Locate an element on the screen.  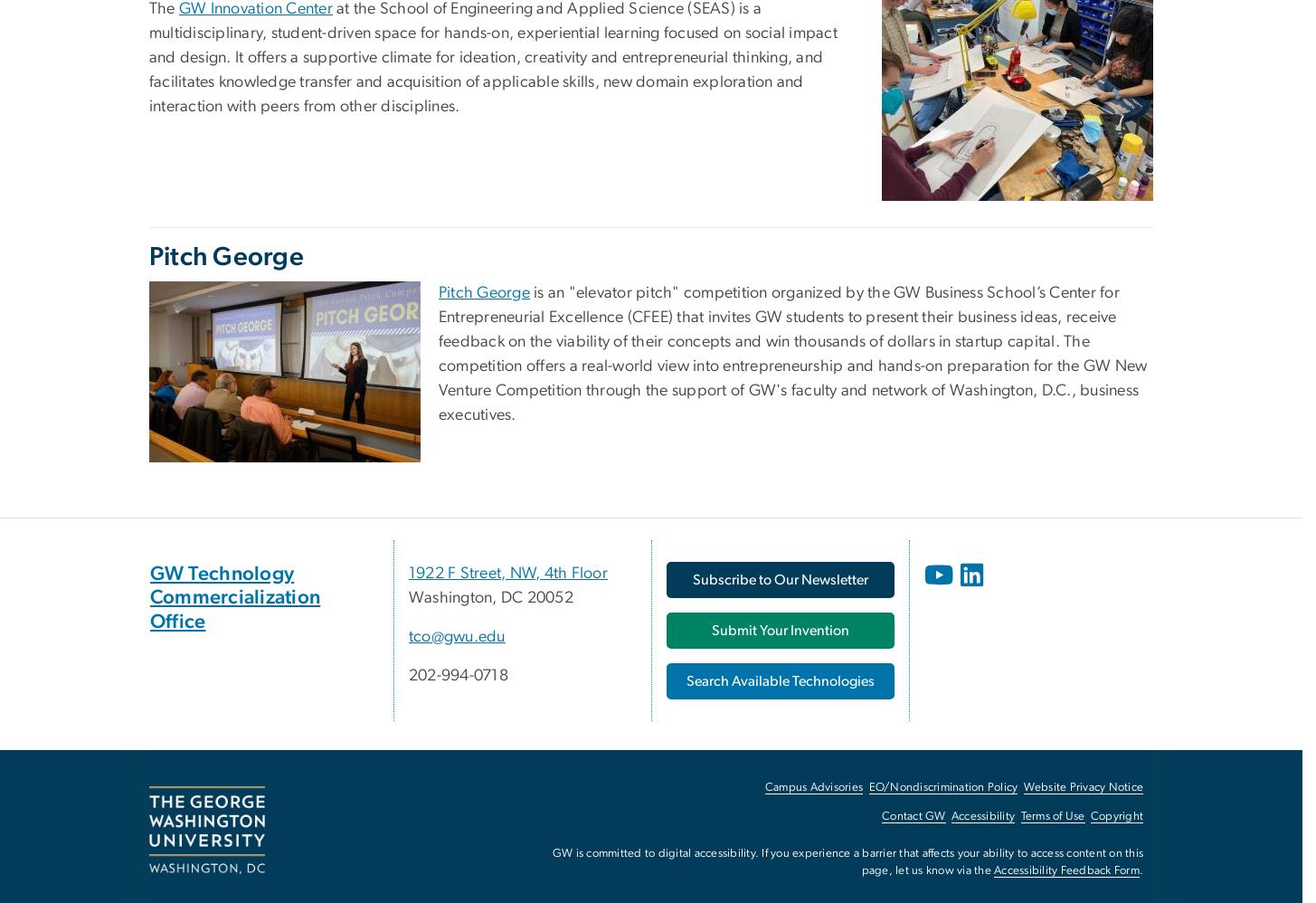
'GW Innovation Center' is located at coordinates (179, 7).